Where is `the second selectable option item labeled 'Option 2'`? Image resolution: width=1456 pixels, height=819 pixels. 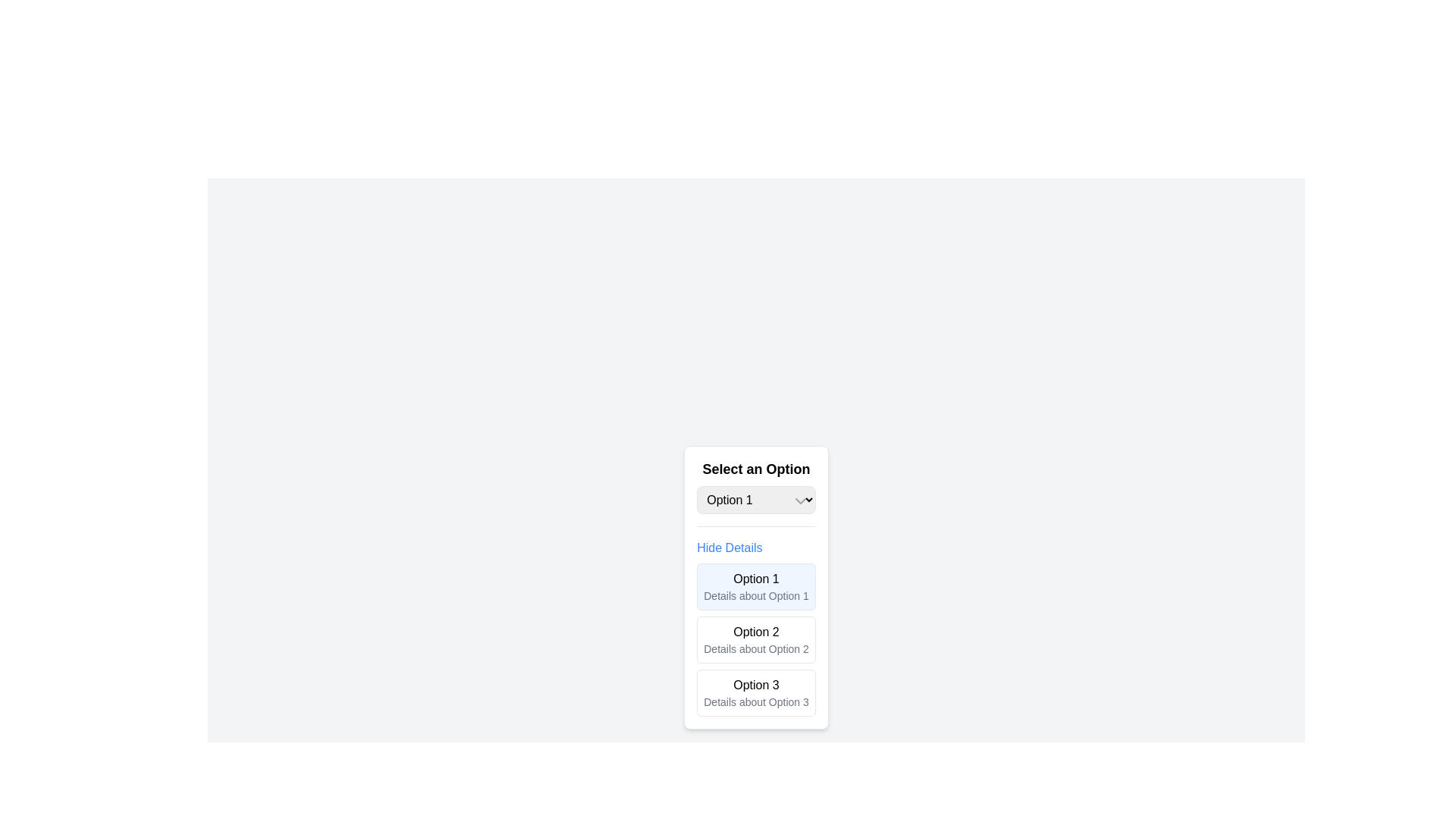 the second selectable option item labeled 'Option 2' is located at coordinates (756, 640).